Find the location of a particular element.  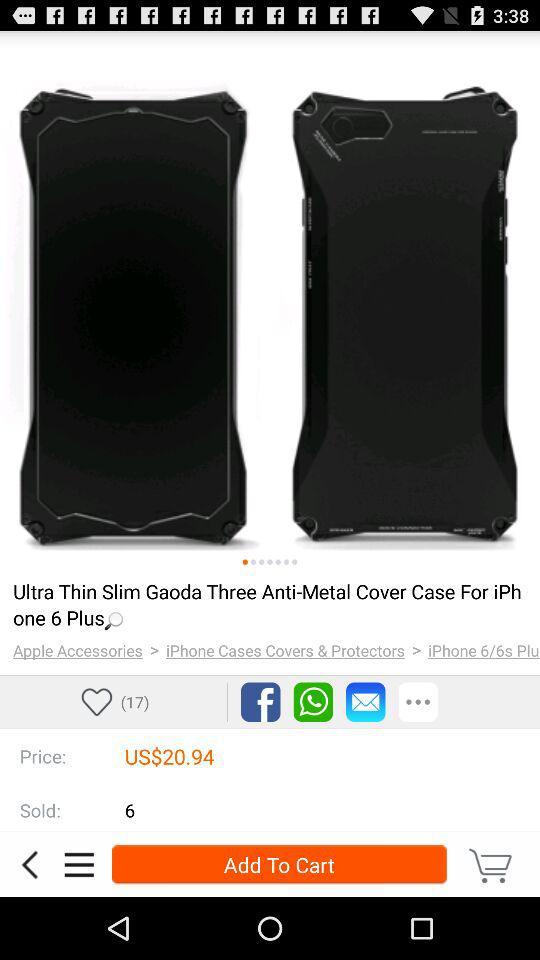

email us is located at coordinates (364, 702).